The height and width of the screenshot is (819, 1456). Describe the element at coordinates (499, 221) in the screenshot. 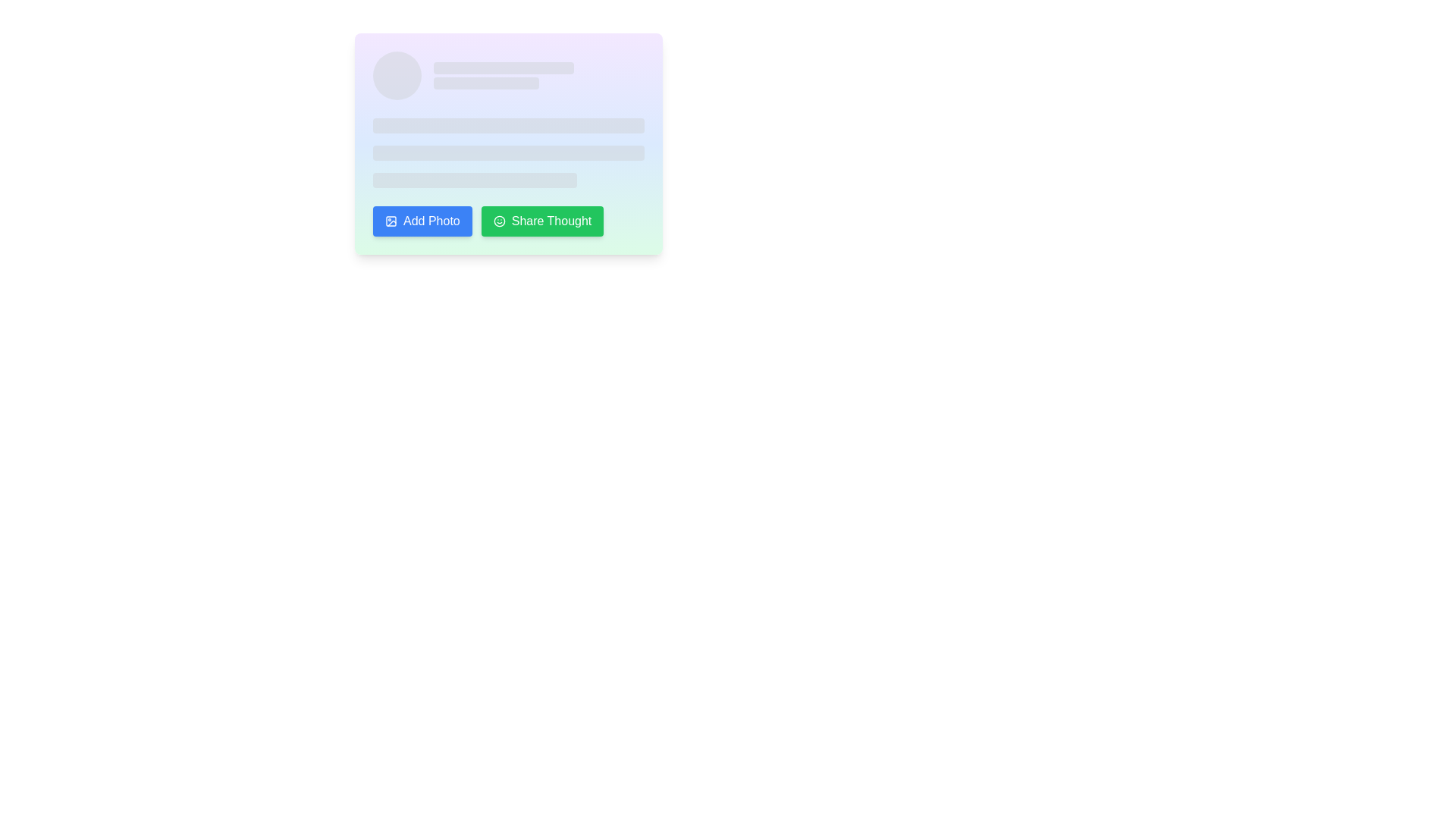

I see `the circular smiley face icon located on the left side of the 'Share Thought' green rectangular button` at that location.